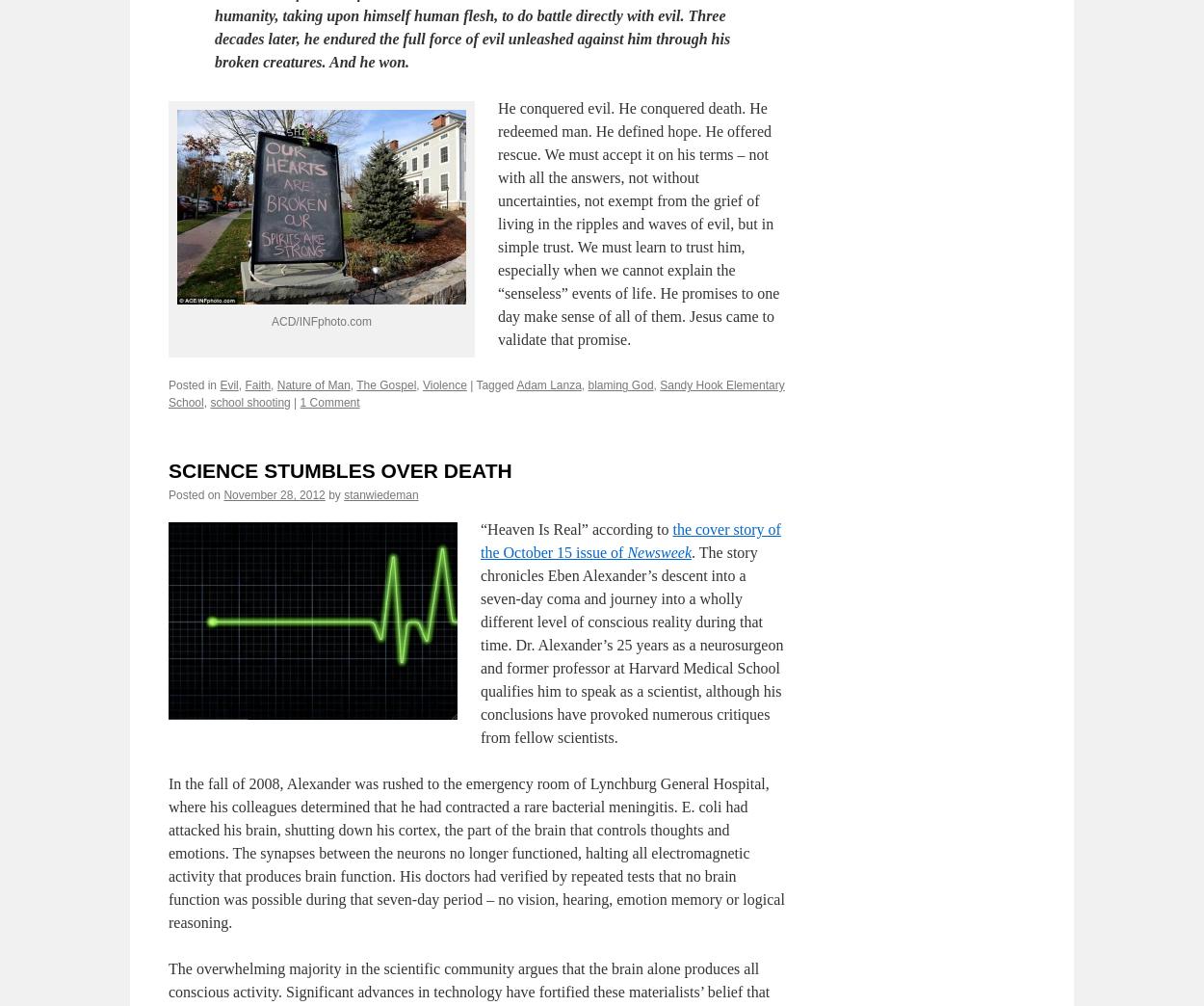 The image size is (1204, 1006). I want to click on 'Newsweek', so click(659, 644).